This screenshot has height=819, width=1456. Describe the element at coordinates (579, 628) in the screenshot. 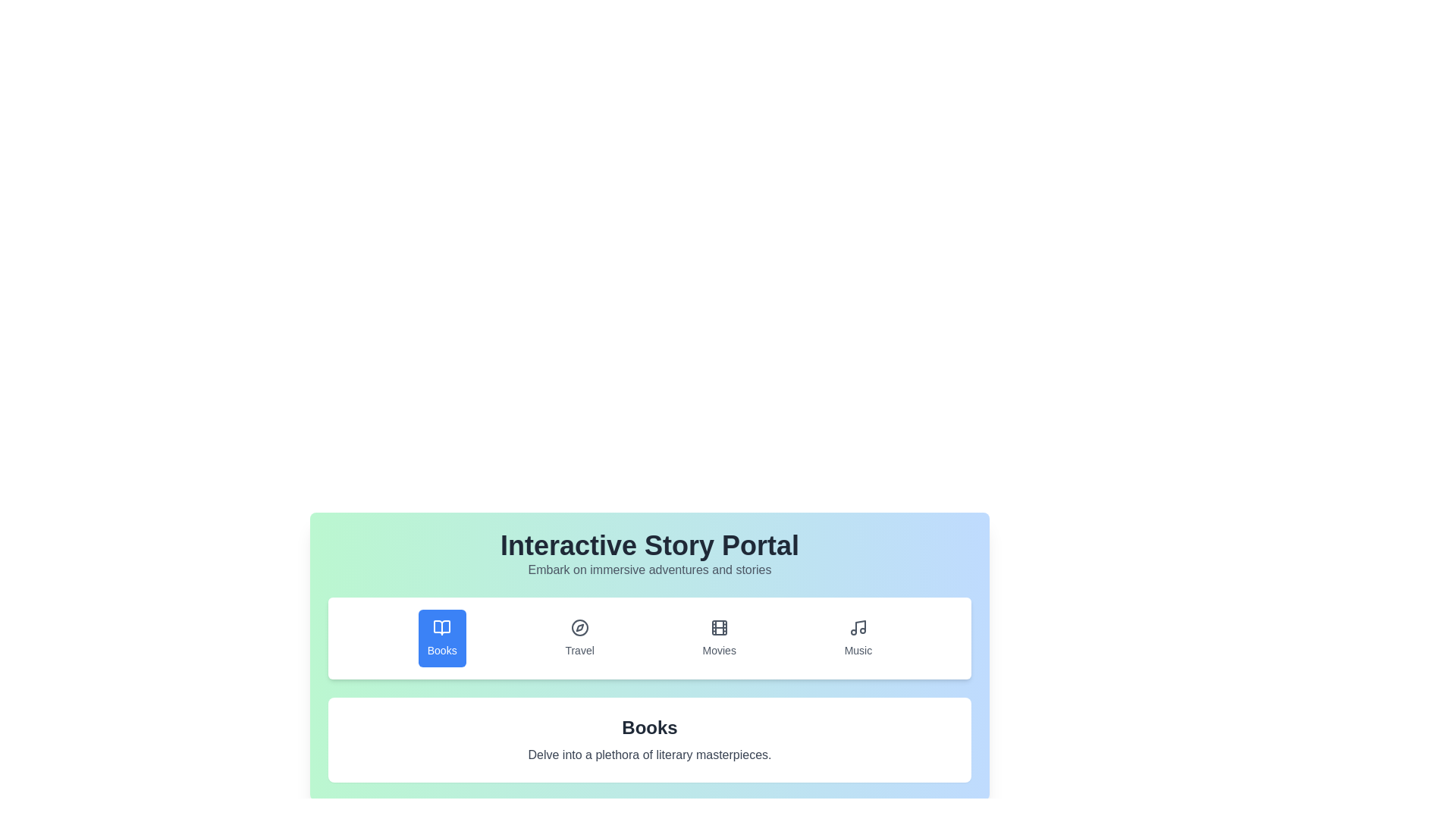

I see `the compass-like 'Travel' icon, which is the second icon from the left in the navigation options below the header` at that location.